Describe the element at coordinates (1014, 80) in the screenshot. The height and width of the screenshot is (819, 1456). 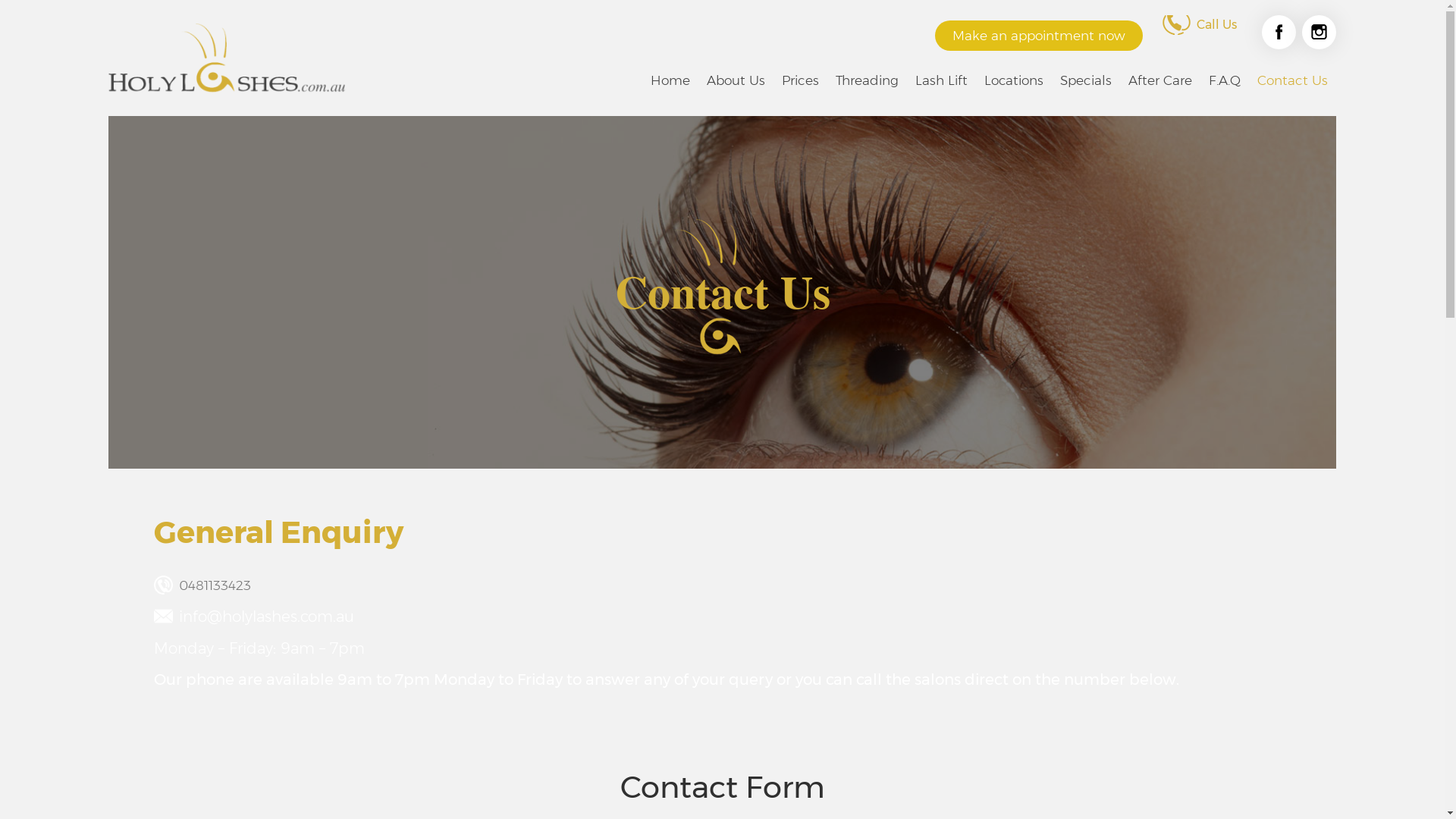
I see `'Locations'` at that location.